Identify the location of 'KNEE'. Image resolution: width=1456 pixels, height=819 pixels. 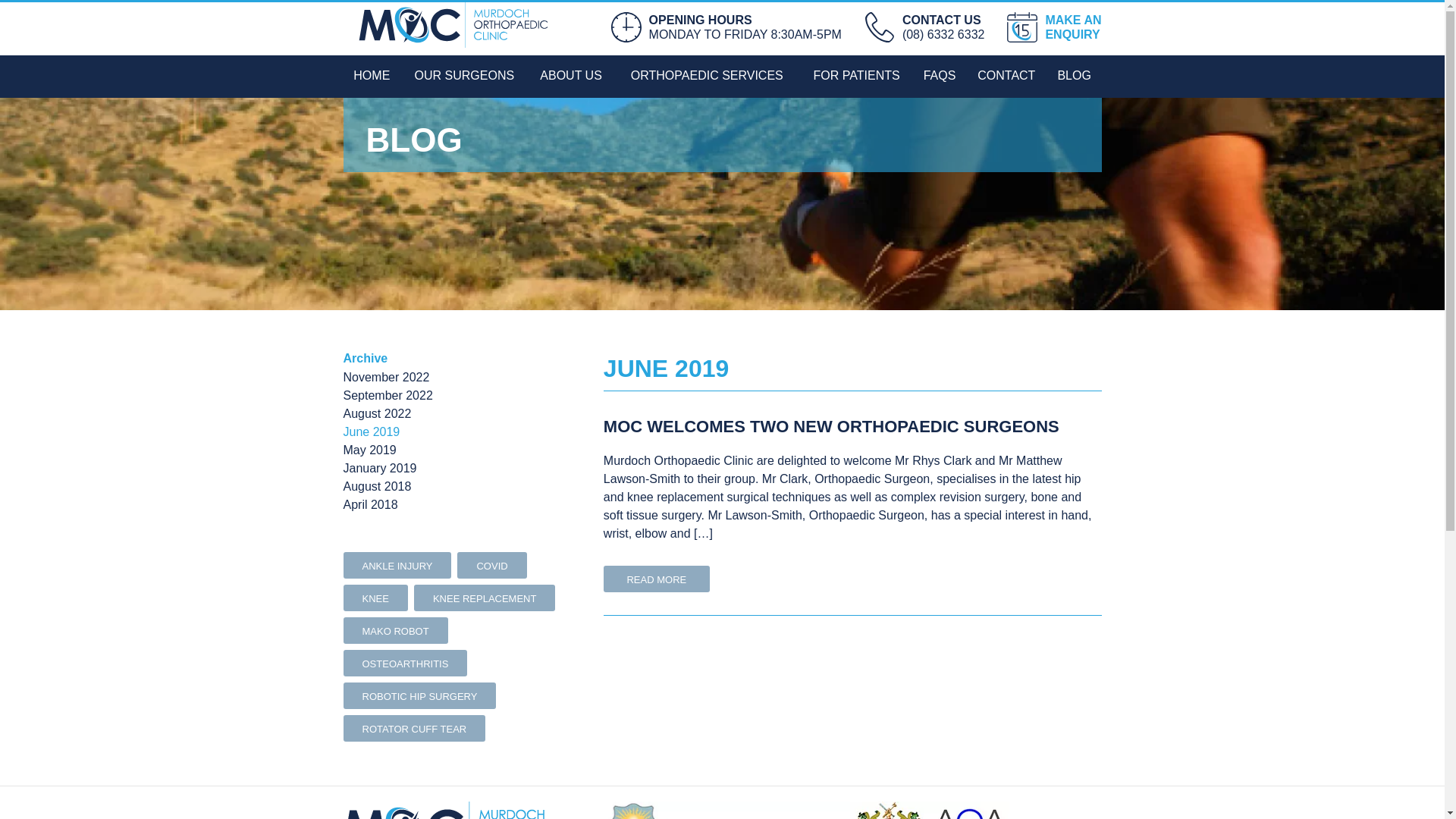
(341, 597).